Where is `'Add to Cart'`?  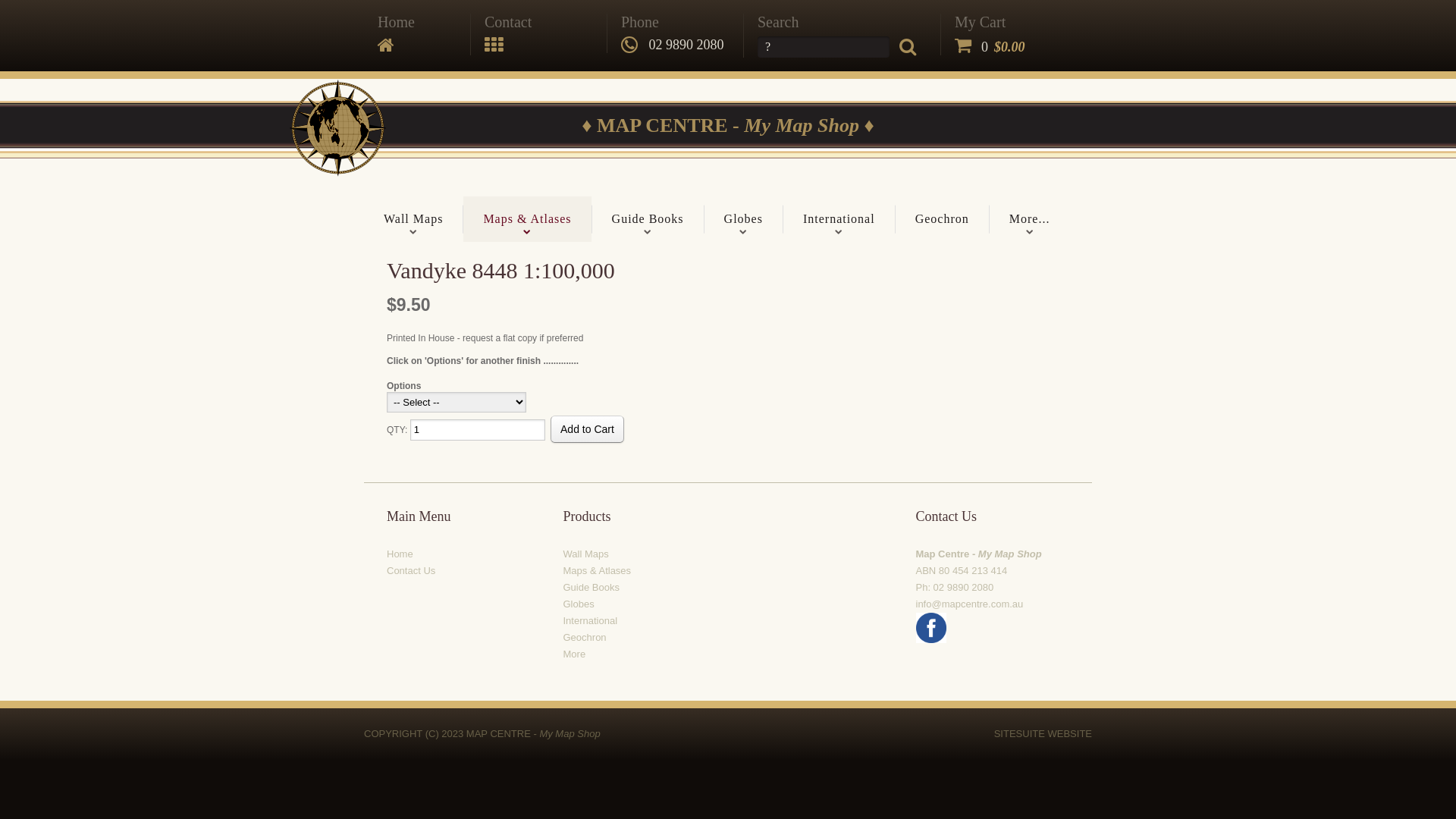
'Add to Cart' is located at coordinates (586, 429).